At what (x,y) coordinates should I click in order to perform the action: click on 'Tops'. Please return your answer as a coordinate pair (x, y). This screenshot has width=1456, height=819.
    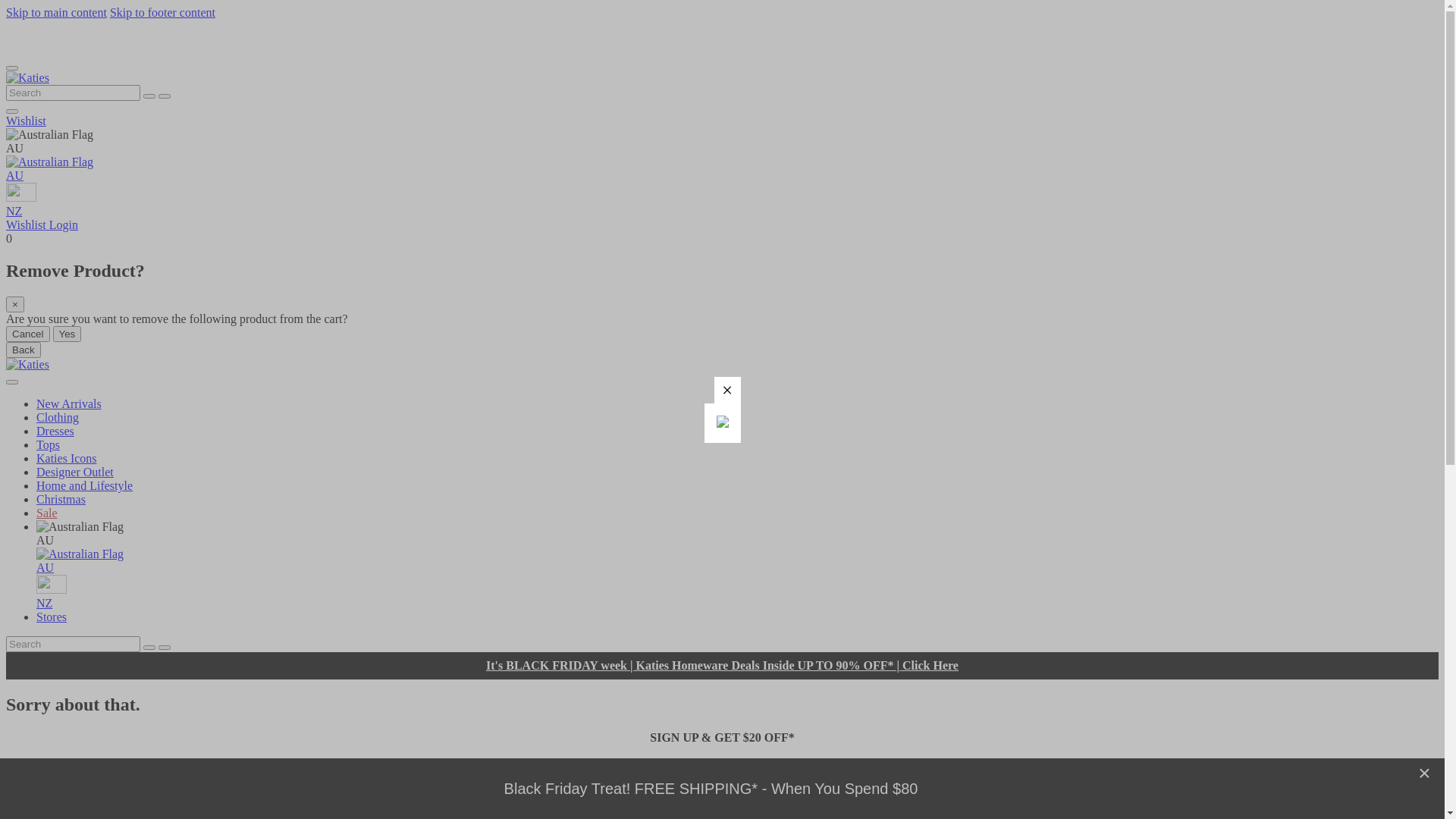
    Looking at the image, I should click on (36, 444).